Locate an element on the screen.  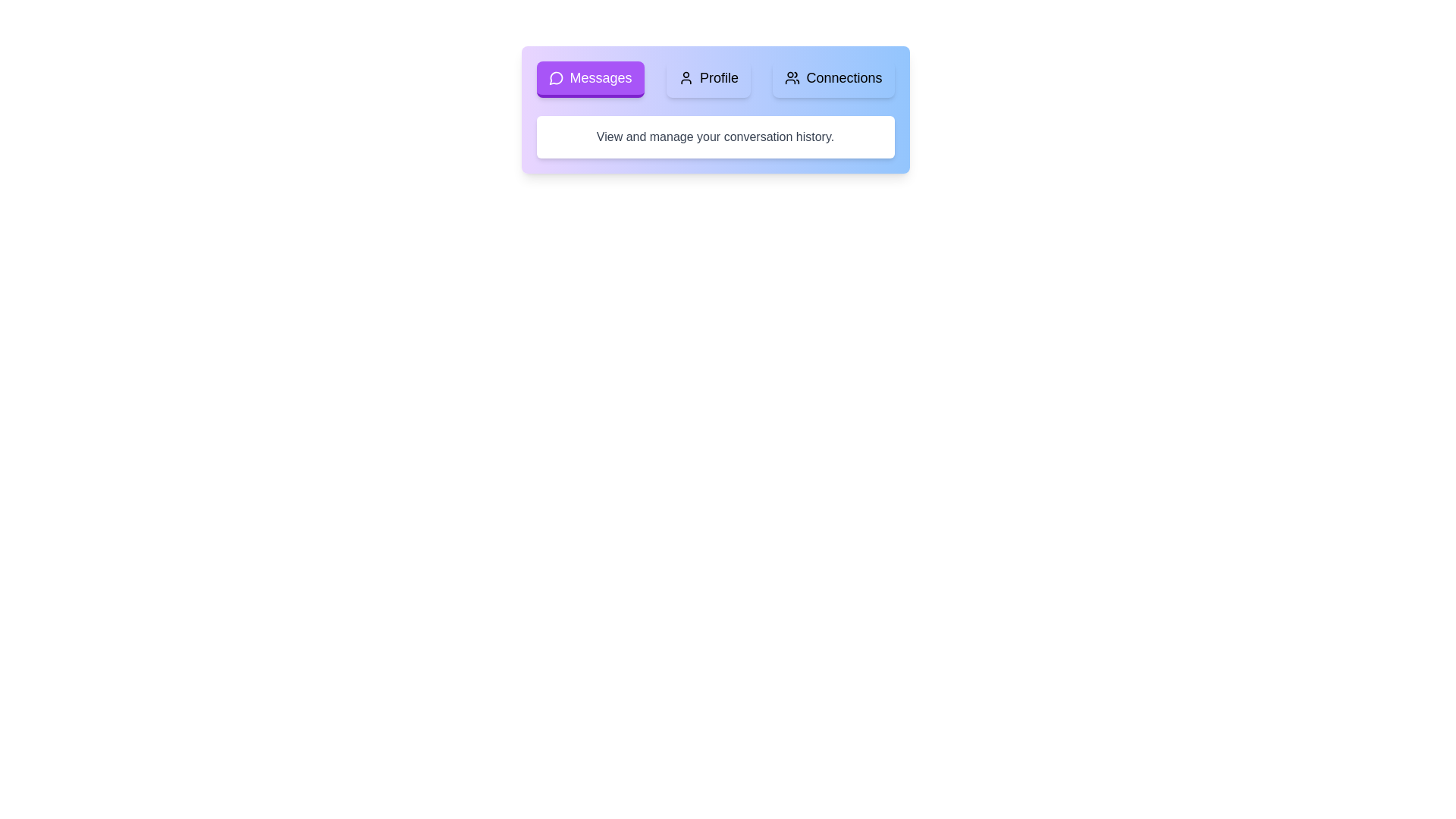
the navigation bar buttons is located at coordinates (714, 79).